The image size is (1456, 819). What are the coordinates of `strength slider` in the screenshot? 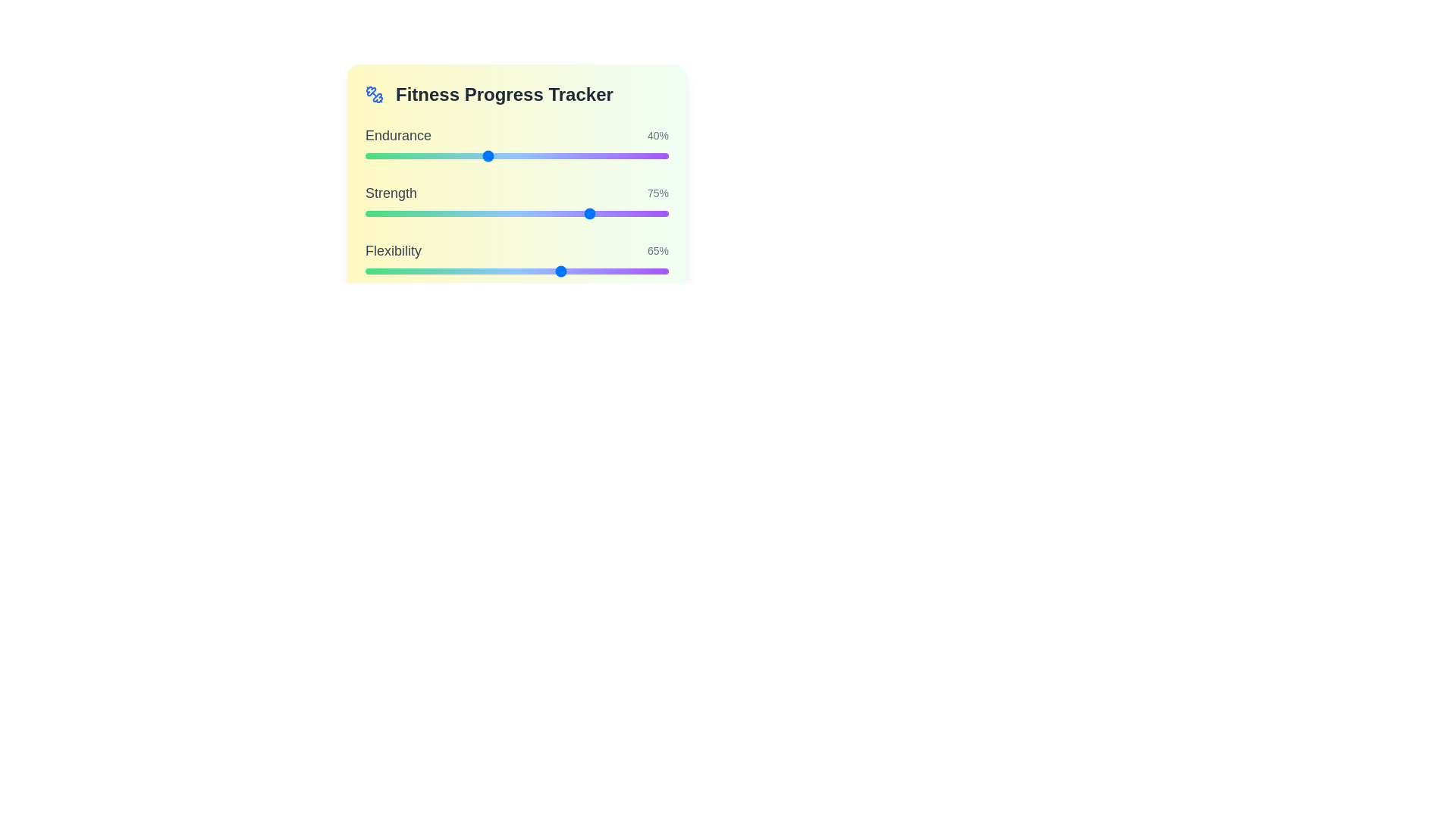 It's located at (644, 213).